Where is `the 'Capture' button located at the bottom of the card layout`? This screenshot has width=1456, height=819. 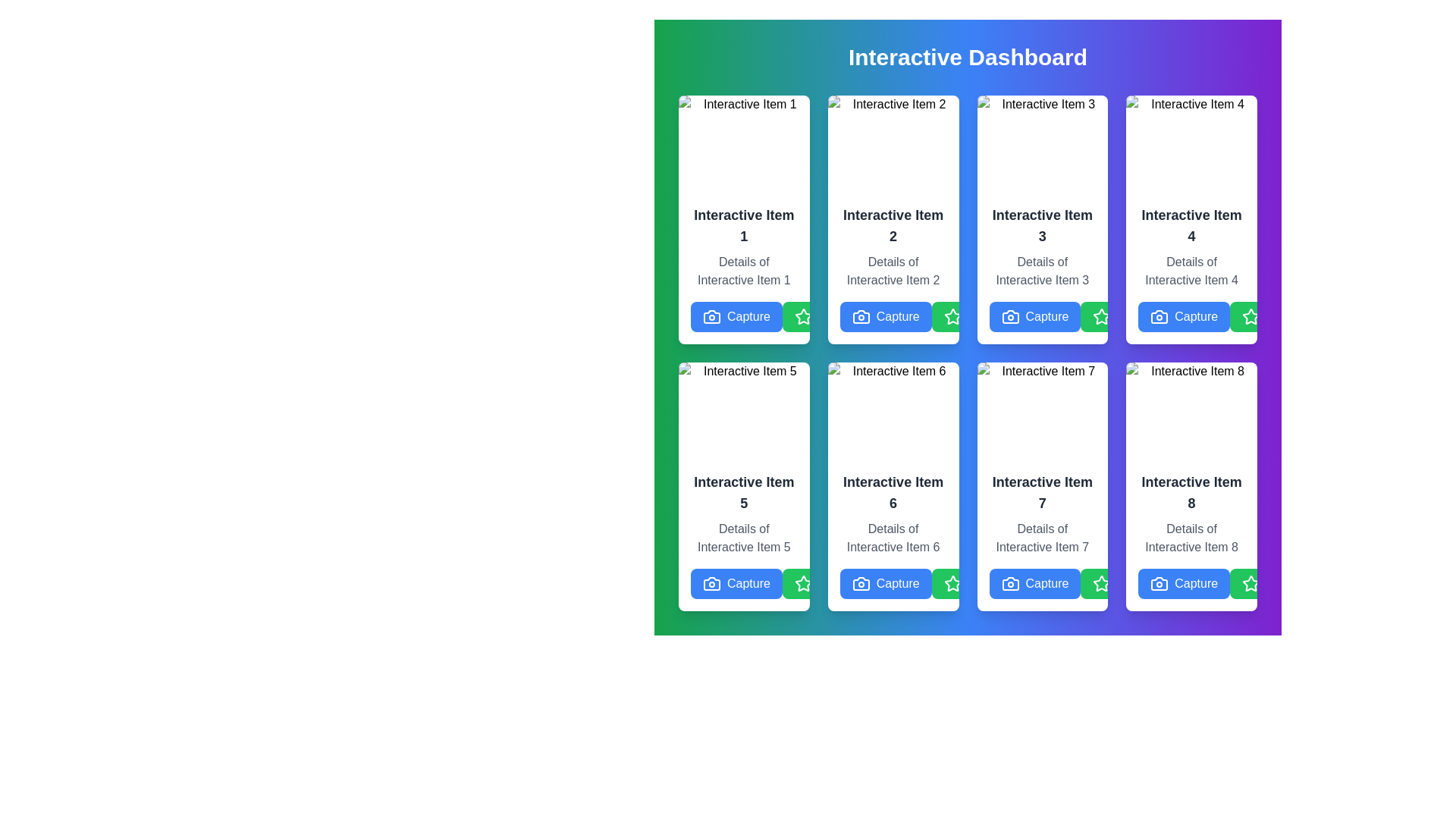 the 'Capture' button located at the bottom of the card layout is located at coordinates (886, 583).